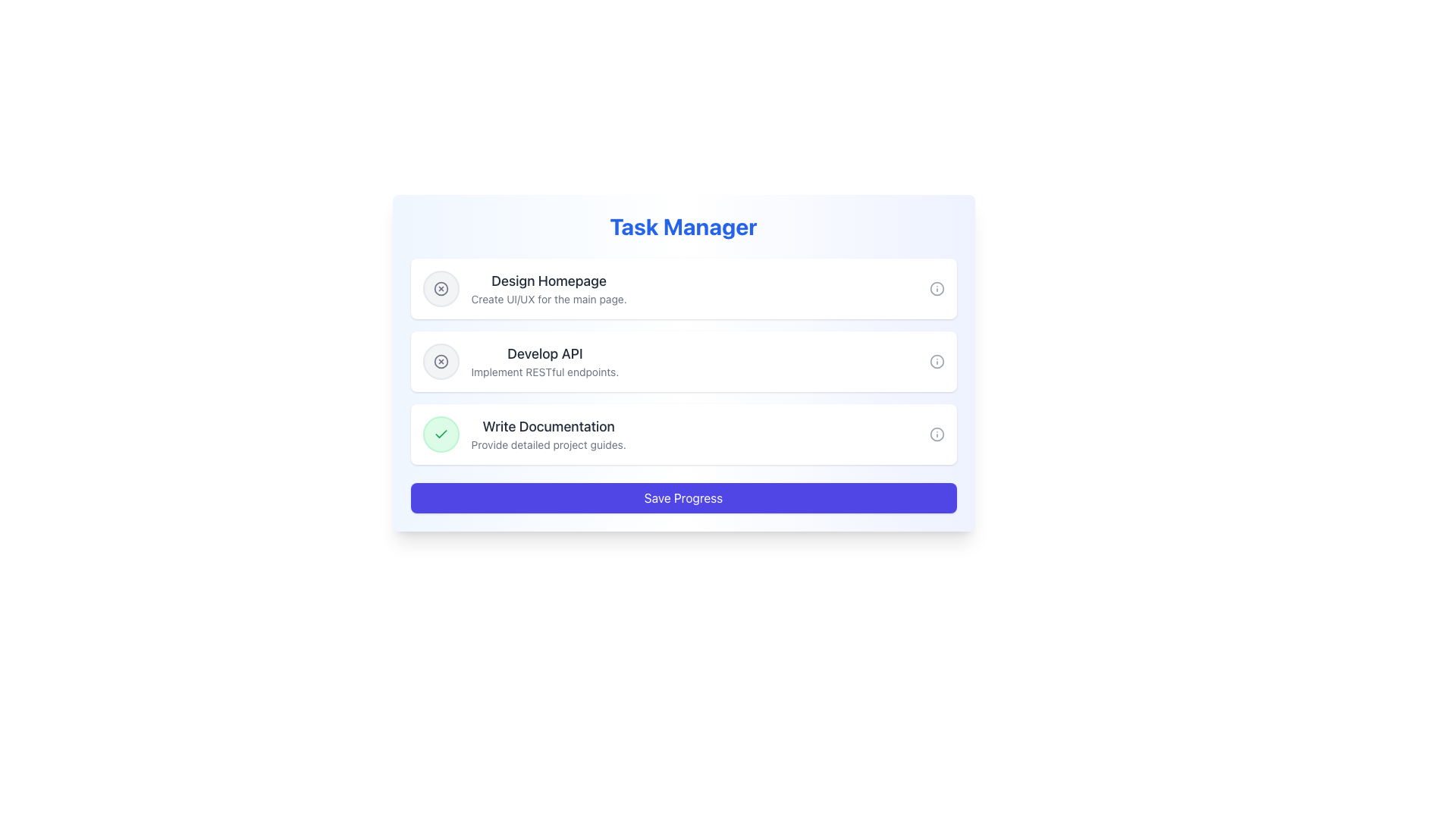  What do you see at coordinates (440, 289) in the screenshot?
I see `the removal icon located in the second task item titled 'Develop API' in the task manager interface` at bounding box center [440, 289].